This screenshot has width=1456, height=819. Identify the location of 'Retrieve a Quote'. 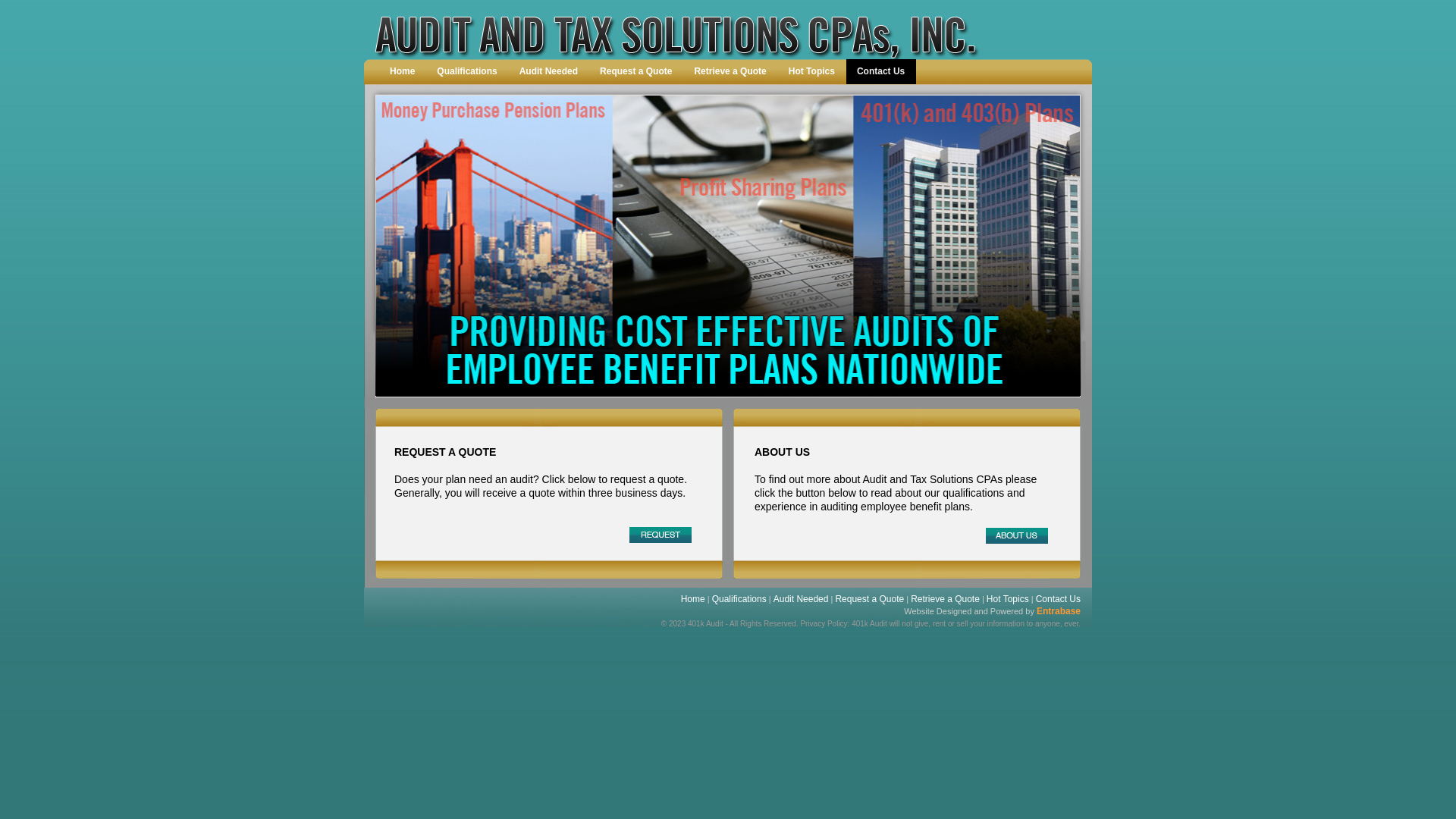
(682, 71).